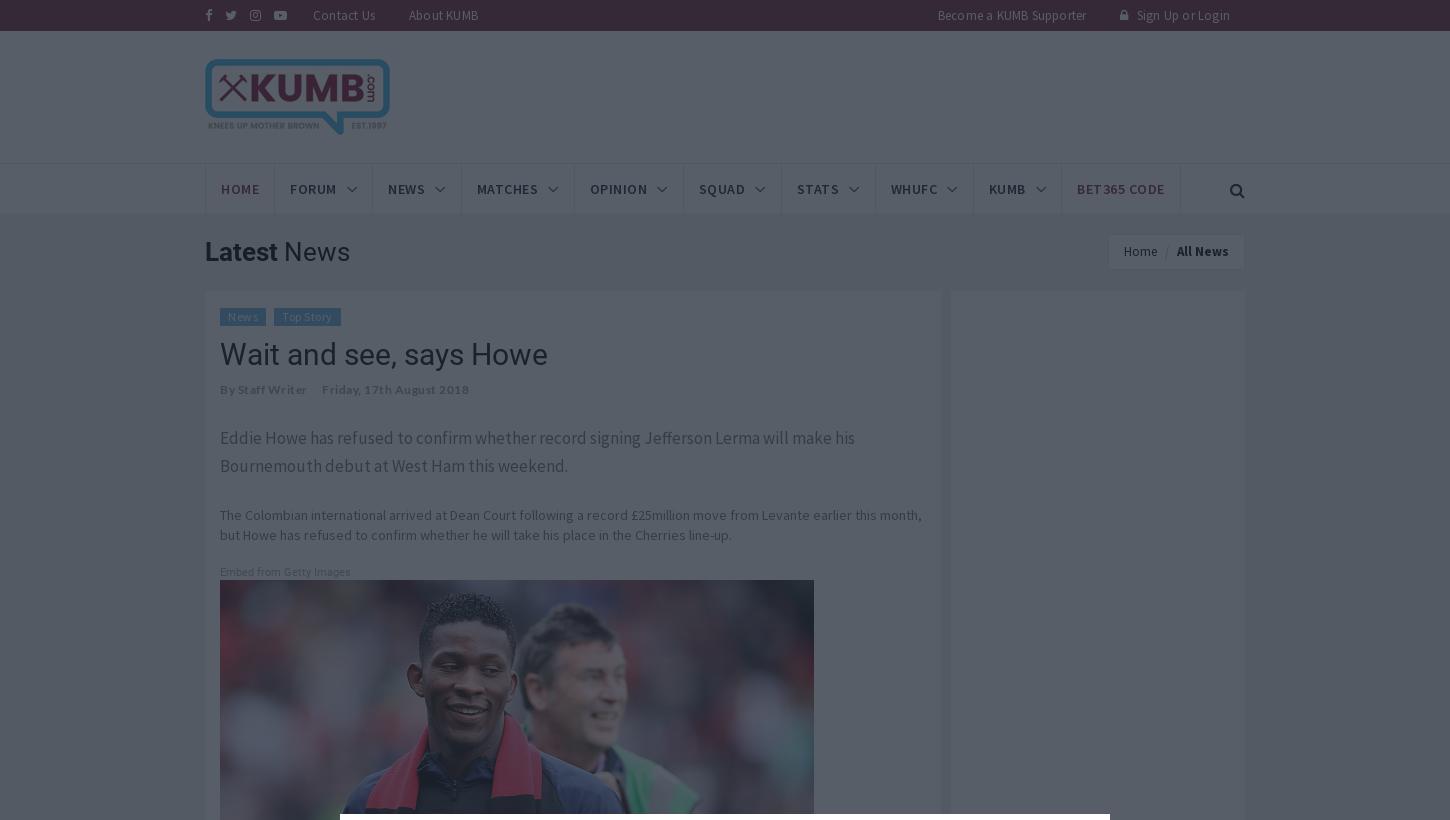 This screenshot has width=1450, height=820. Describe the element at coordinates (313, 188) in the screenshot. I see `'Forum'` at that location.